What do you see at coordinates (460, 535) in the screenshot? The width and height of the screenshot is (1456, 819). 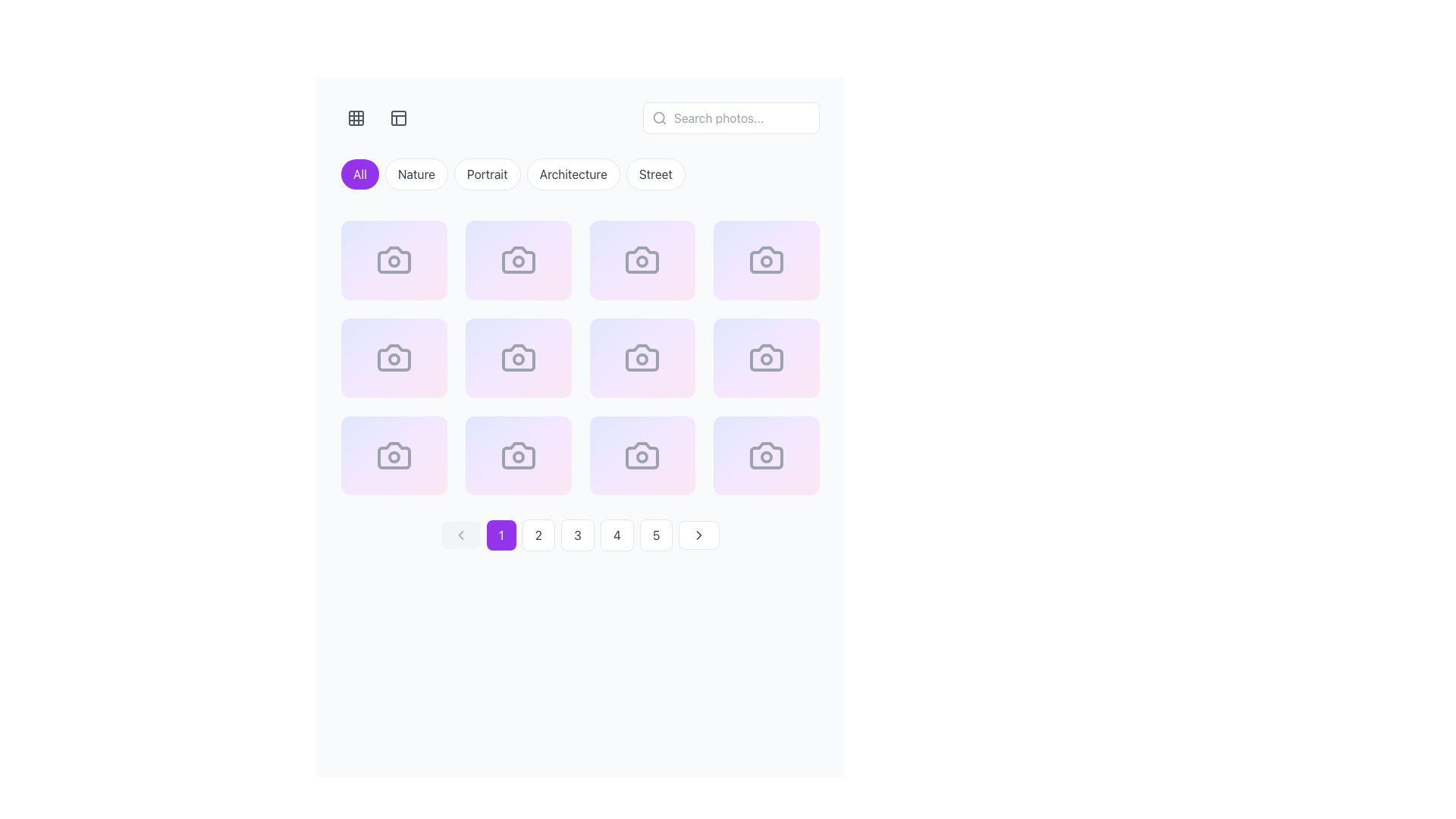 I see `the left-pointing chevron icon within the disabled button in the pagination controls section, located at the bottom-left, to the left of the '1' page number button` at bounding box center [460, 535].